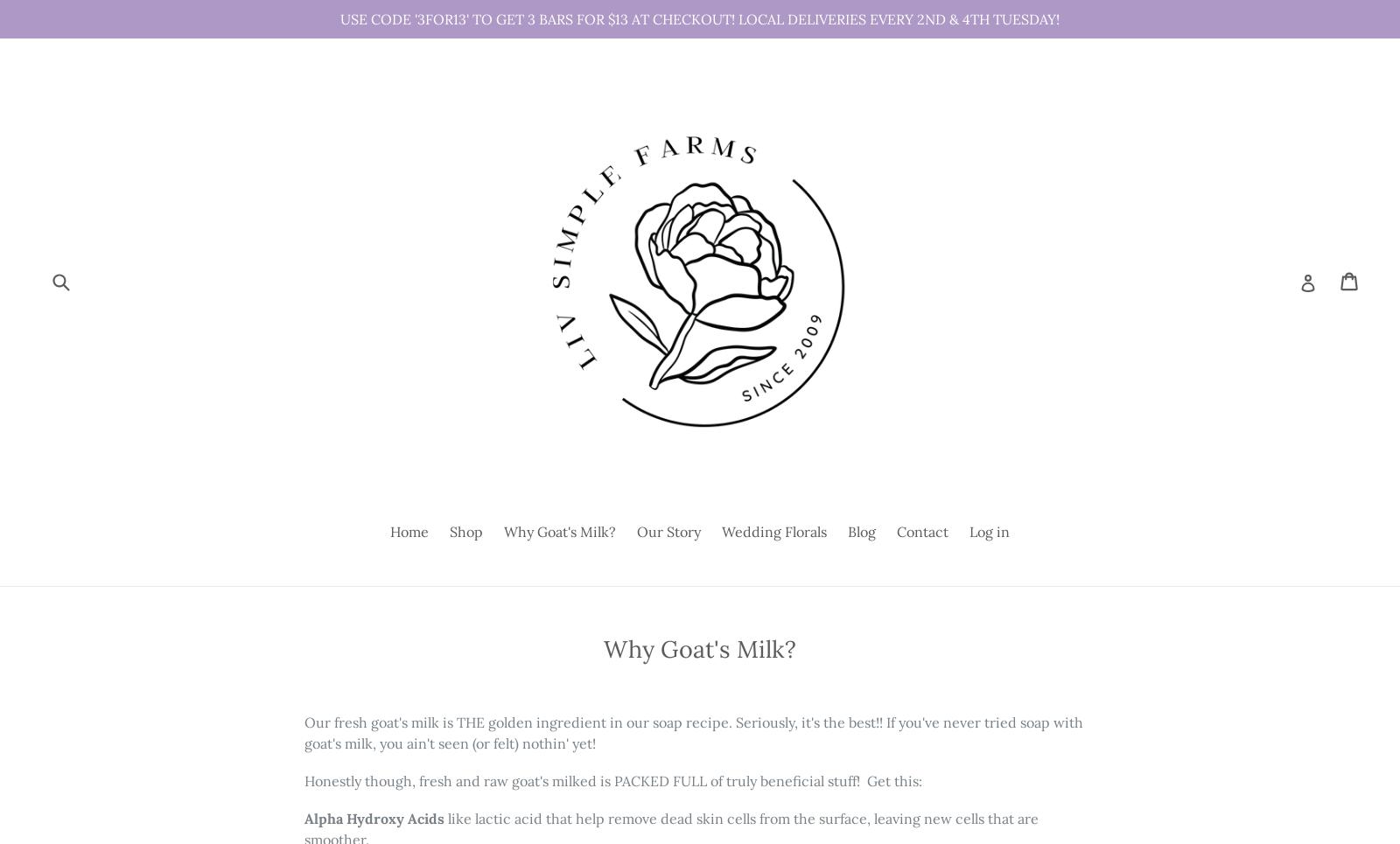  What do you see at coordinates (612, 779) in the screenshot?
I see `'Honestly though, fresh and raw goat's milked is PACKED FULL of truly beneficial stuff!  Get this:'` at bounding box center [612, 779].